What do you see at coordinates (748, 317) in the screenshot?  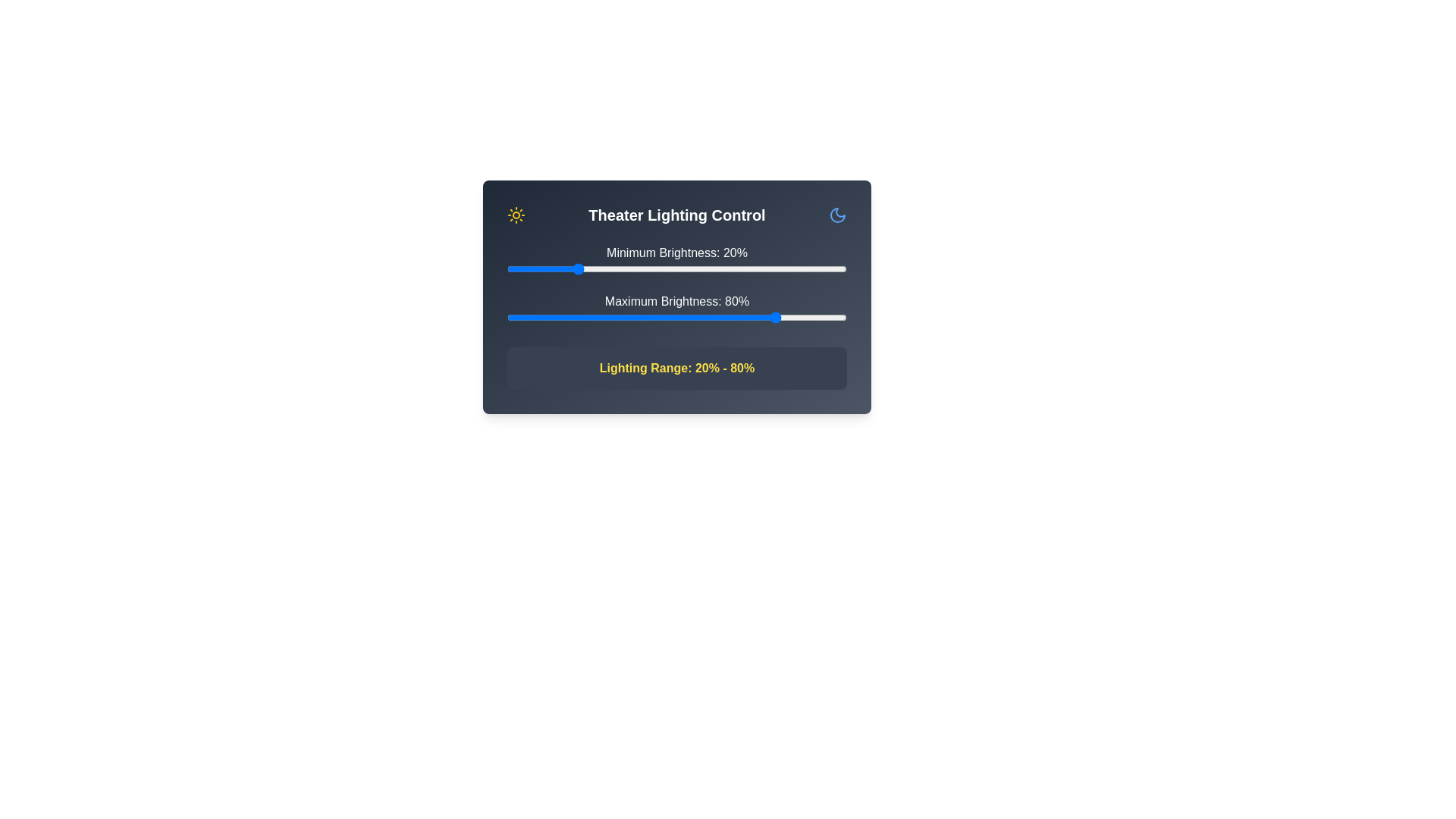 I see `the maximum brightness slider to 71%` at bounding box center [748, 317].